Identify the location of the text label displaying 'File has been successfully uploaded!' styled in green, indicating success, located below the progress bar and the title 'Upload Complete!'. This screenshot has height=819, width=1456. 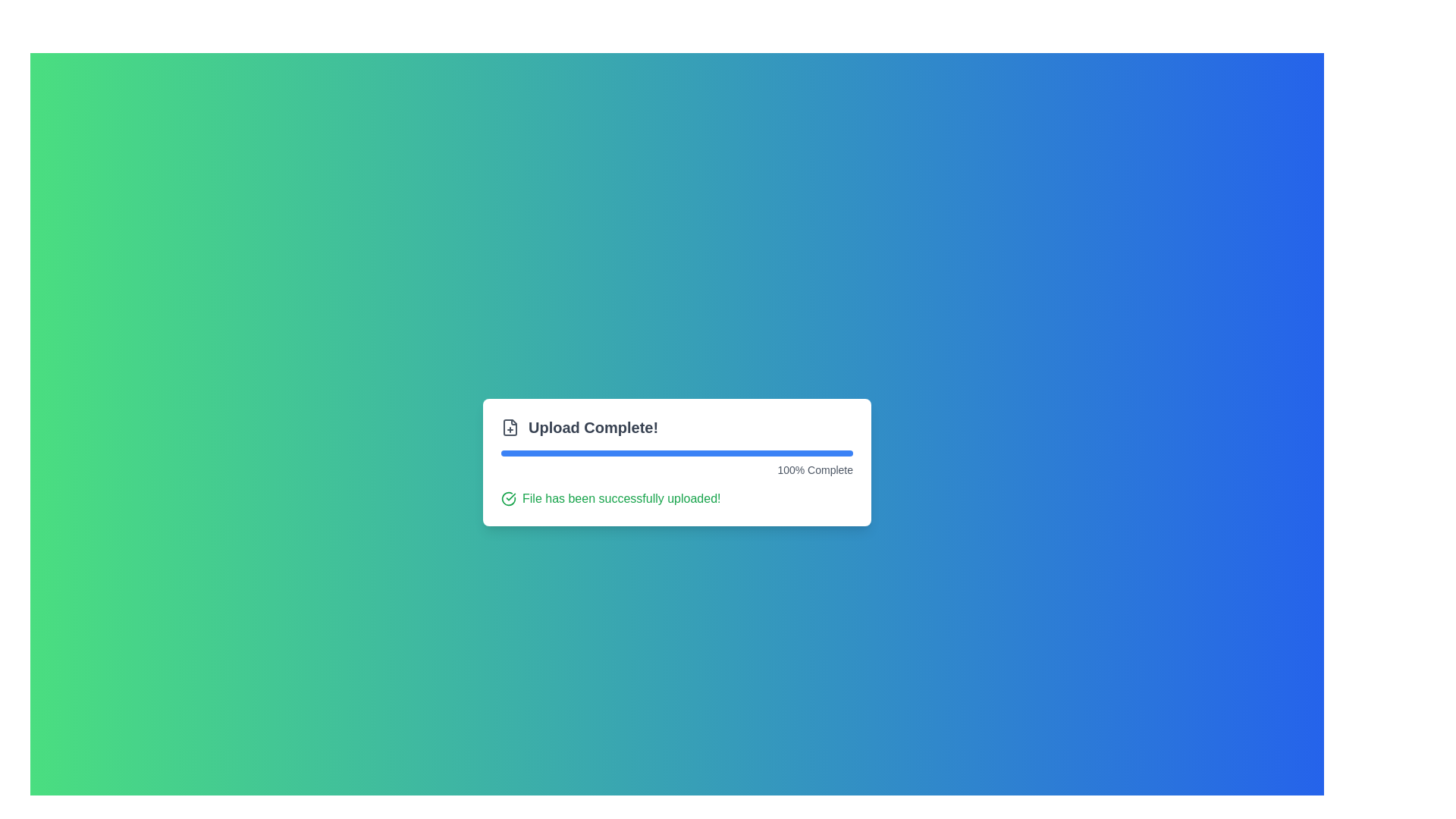
(621, 499).